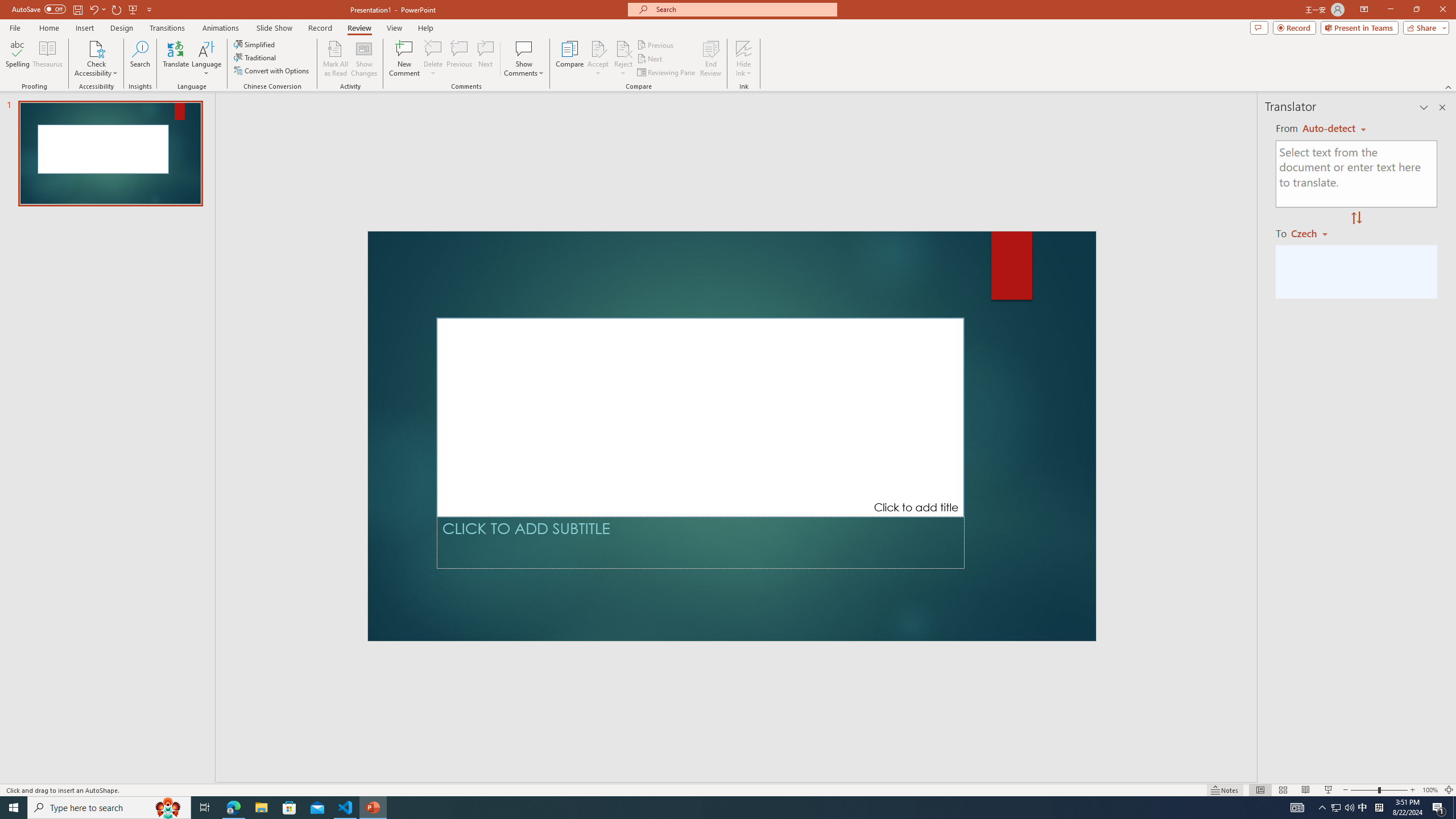  What do you see at coordinates (255, 56) in the screenshot?
I see `'Traditional'` at bounding box center [255, 56].